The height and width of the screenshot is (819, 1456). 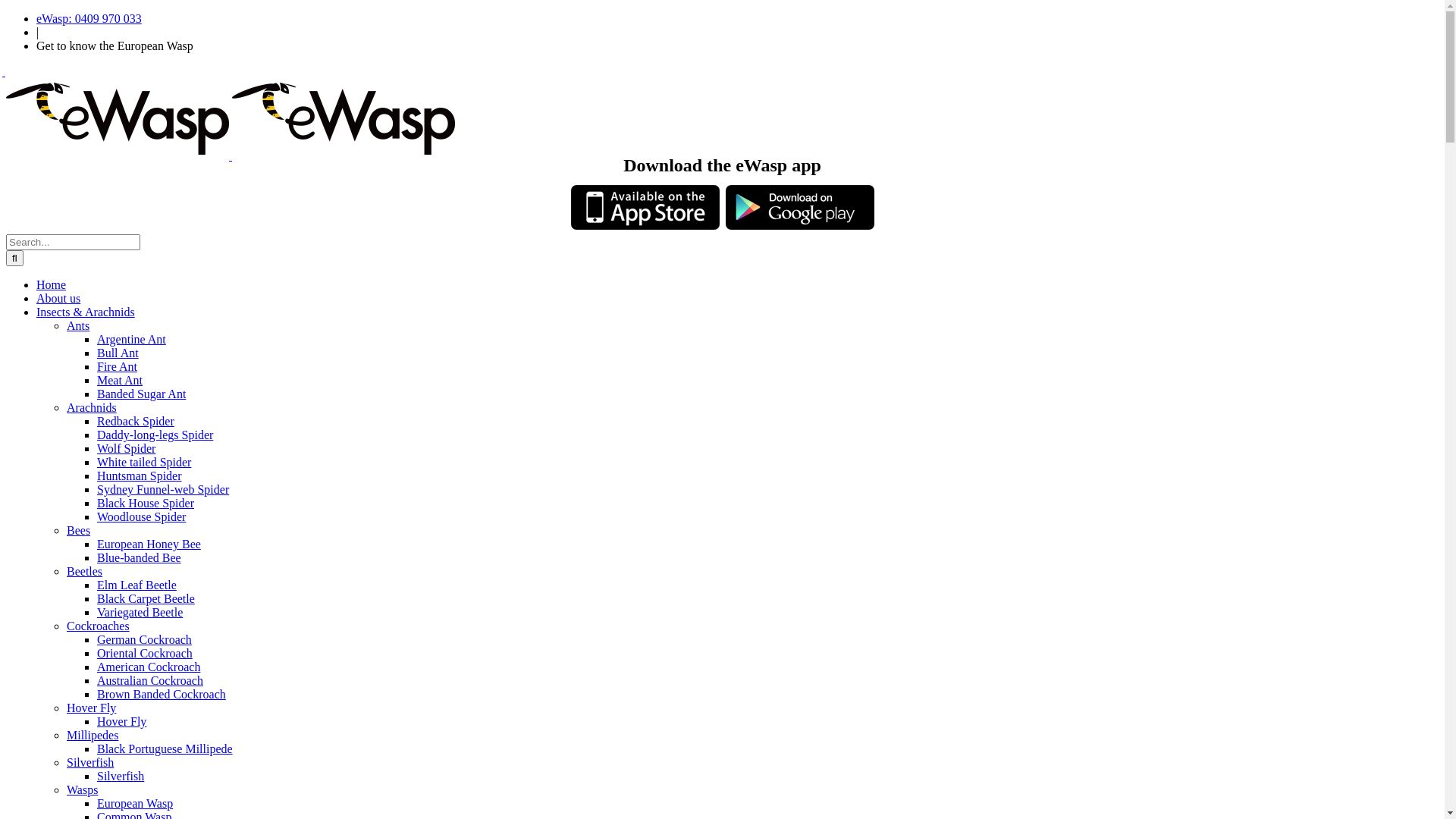 I want to click on 'Australian Cockroach', so click(x=149, y=679).